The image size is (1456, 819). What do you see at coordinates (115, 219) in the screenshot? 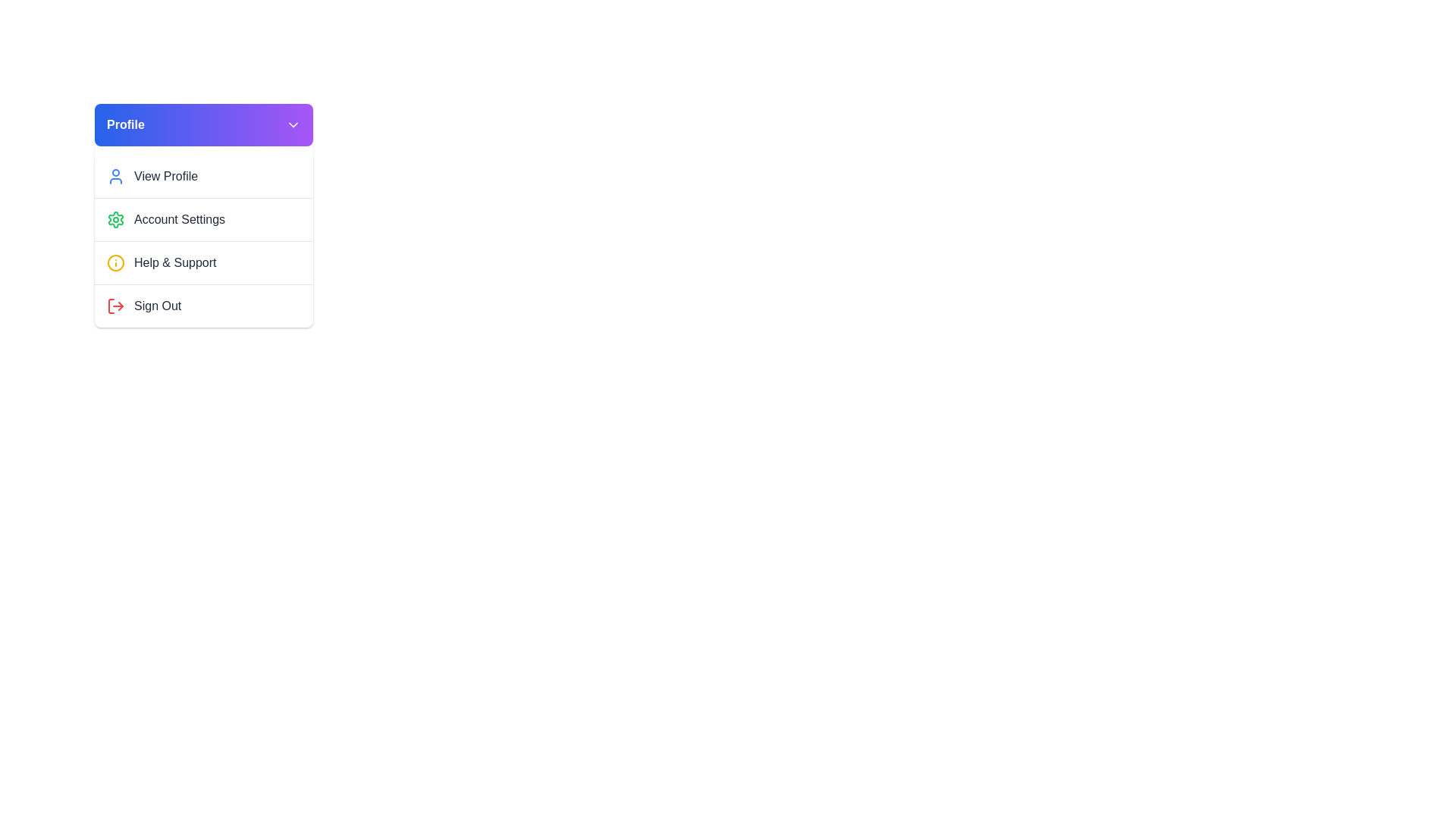
I see `the gear/settings icon located in the 'Account Settings' menu under the 'Profile' heading` at bounding box center [115, 219].